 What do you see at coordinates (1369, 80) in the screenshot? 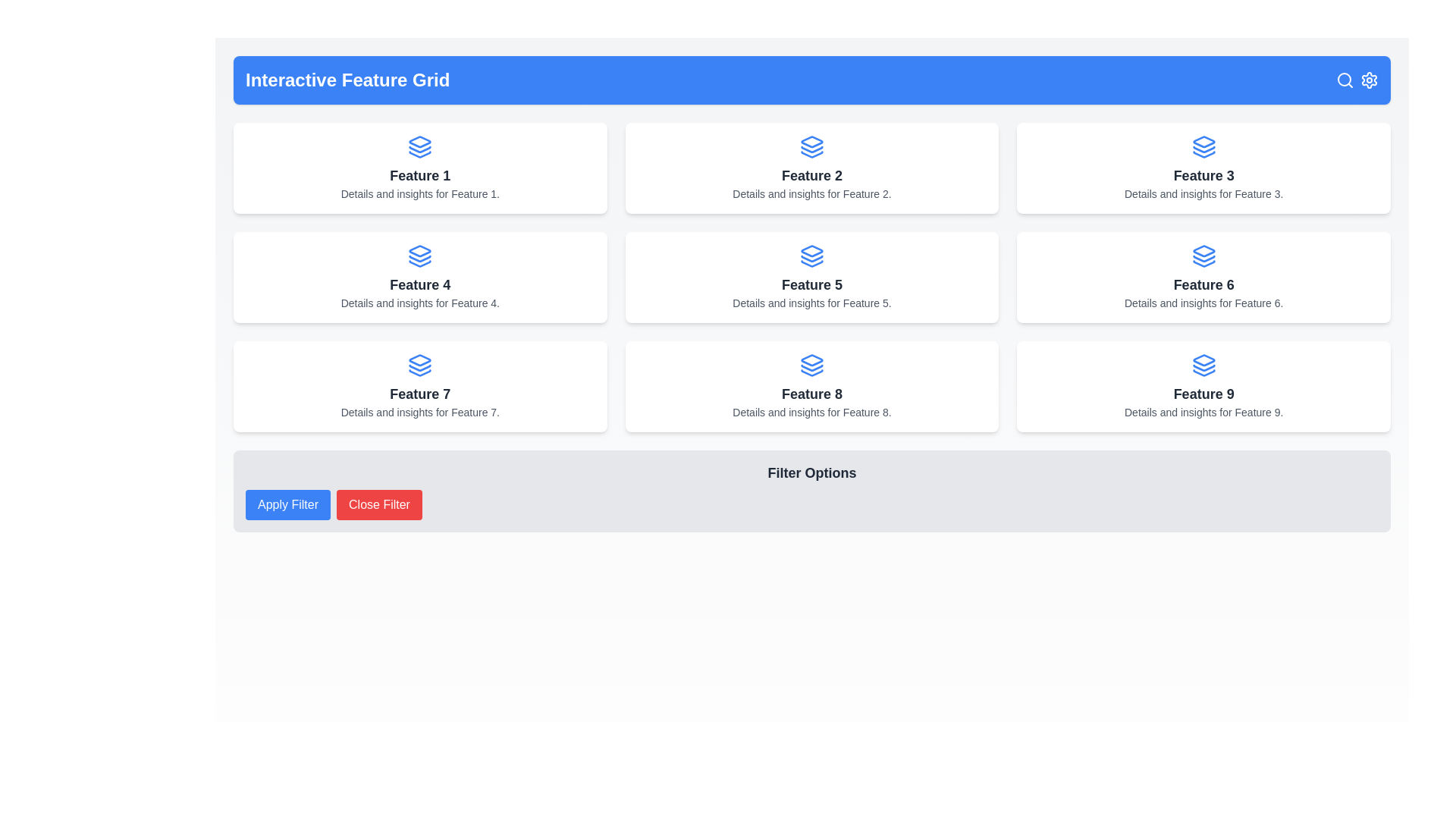
I see `the main gear shape component of the settings icon located in the top-right corner of the application interface` at bounding box center [1369, 80].